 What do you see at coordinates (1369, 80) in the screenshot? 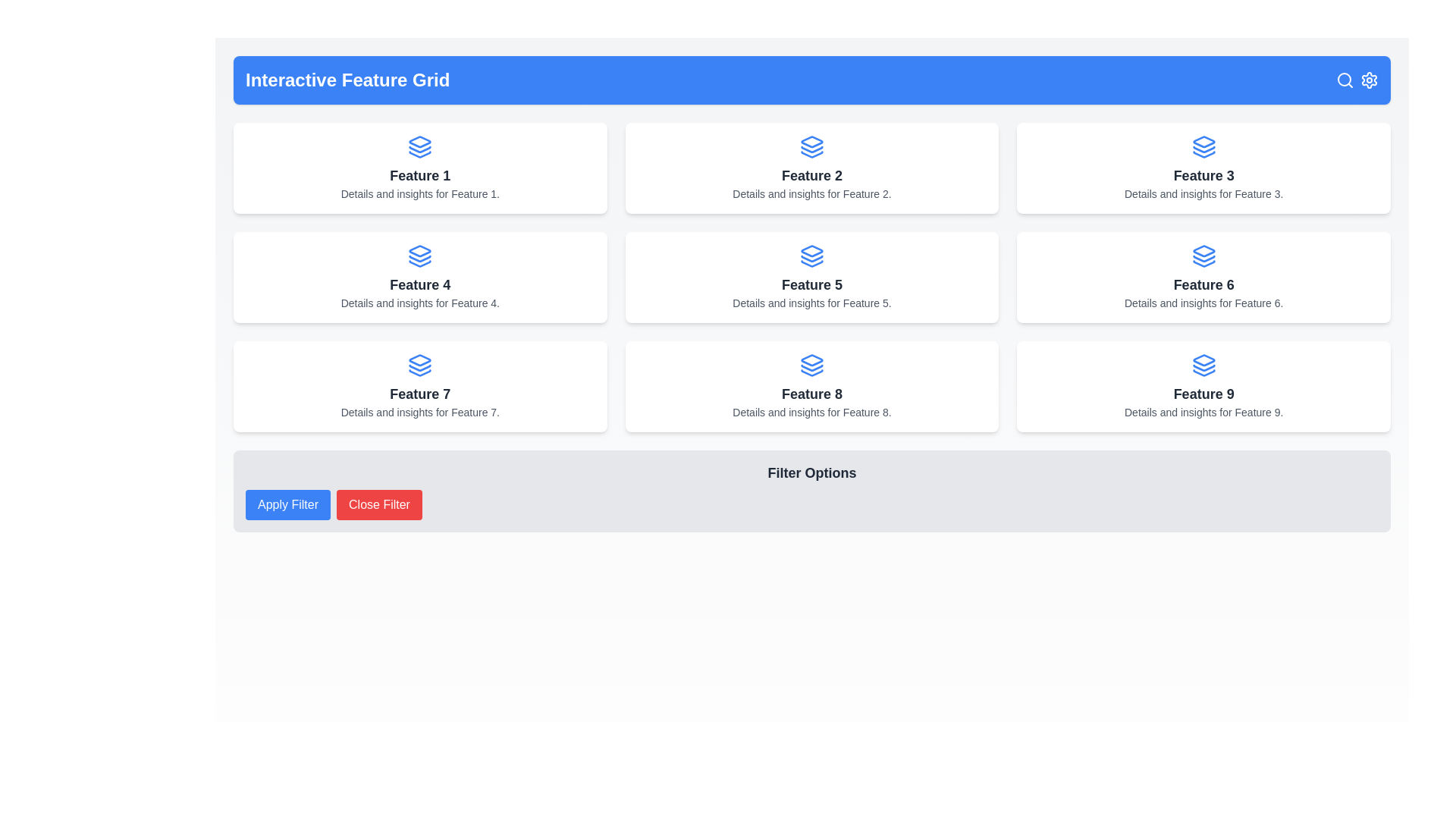
I see `the main gear shape component of the settings icon located in the top-right corner of the application interface` at bounding box center [1369, 80].